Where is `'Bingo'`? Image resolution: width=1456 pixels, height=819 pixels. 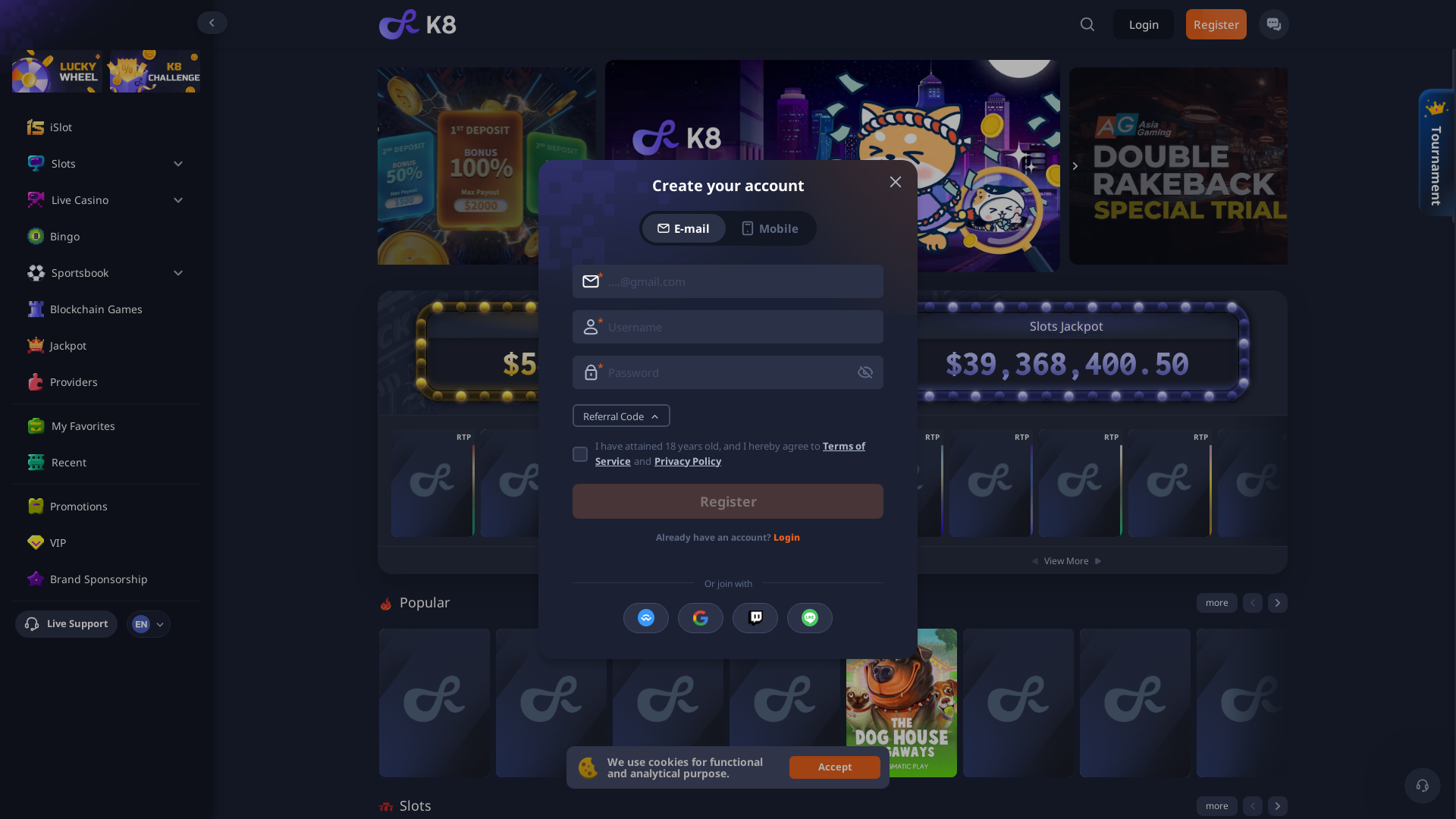 'Bingo' is located at coordinates (116, 237).